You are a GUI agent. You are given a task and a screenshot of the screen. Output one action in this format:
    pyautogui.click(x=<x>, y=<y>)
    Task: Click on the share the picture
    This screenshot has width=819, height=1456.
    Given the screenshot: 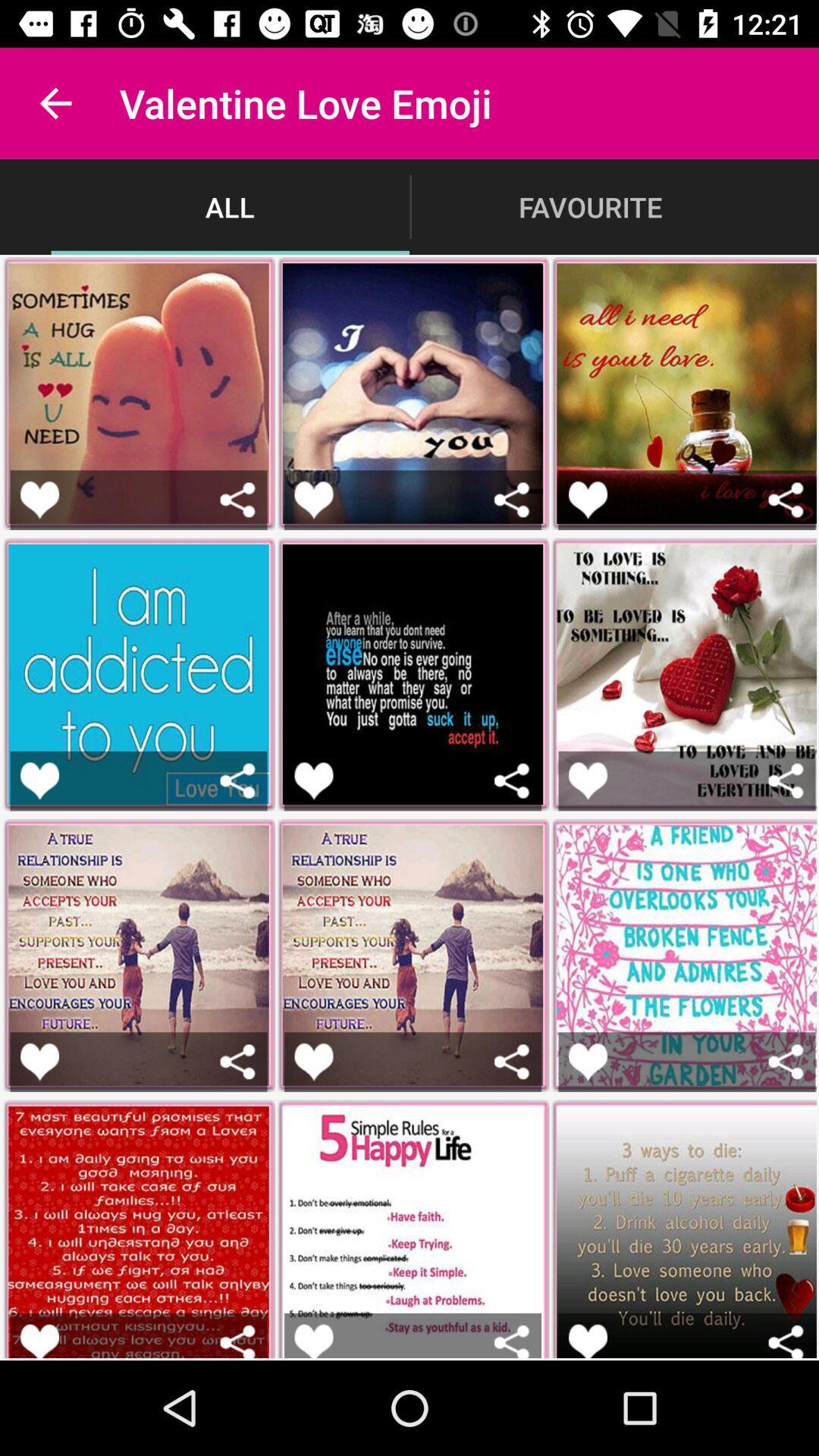 What is the action you would take?
    pyautogui.click(x=512, y=1341)
    